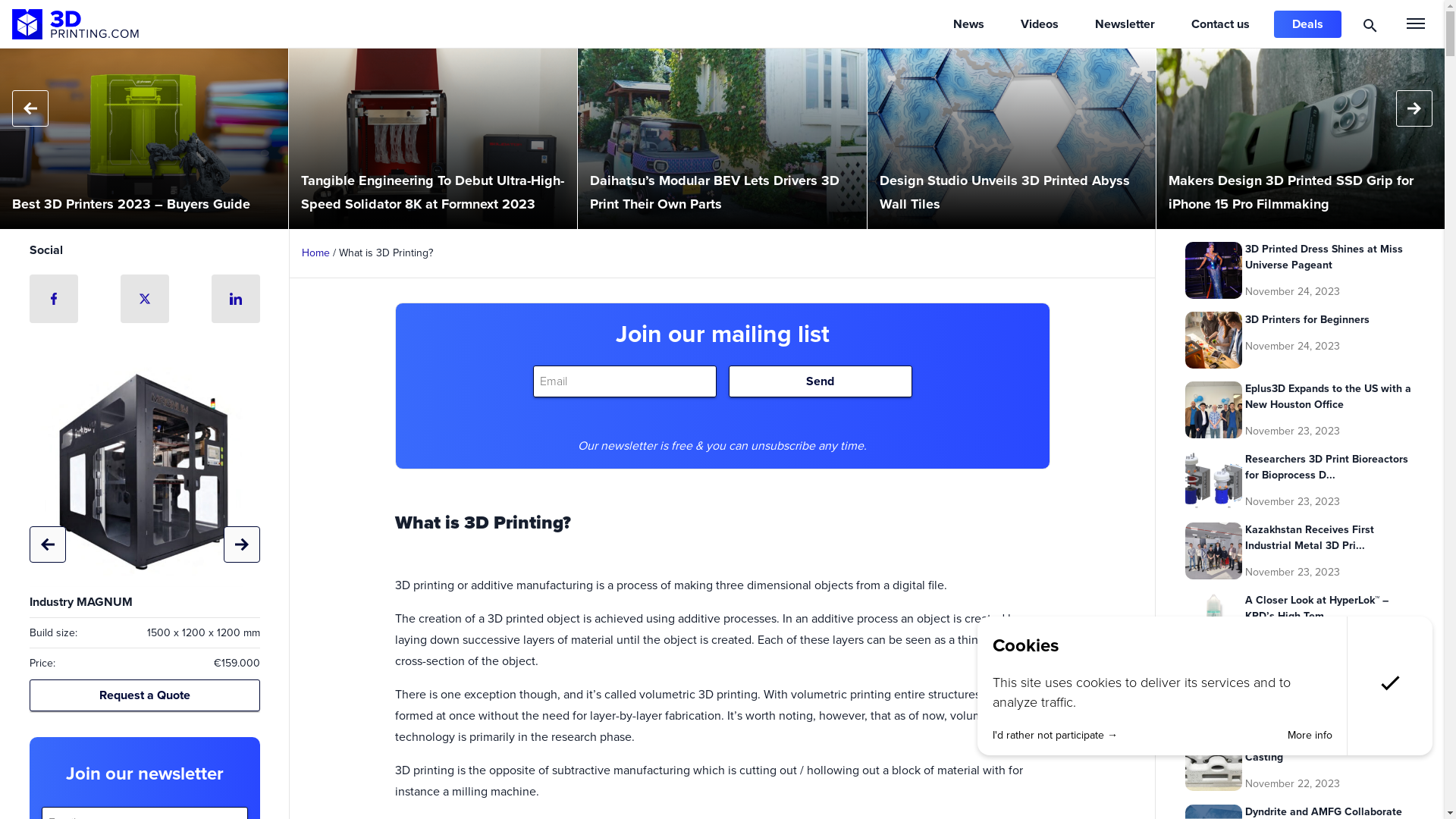 The width and height of the screenshot is (1456, 819). Describe the element at coordinates (1220, 24) in the screenshot. I see `'Contact us'` at that location.